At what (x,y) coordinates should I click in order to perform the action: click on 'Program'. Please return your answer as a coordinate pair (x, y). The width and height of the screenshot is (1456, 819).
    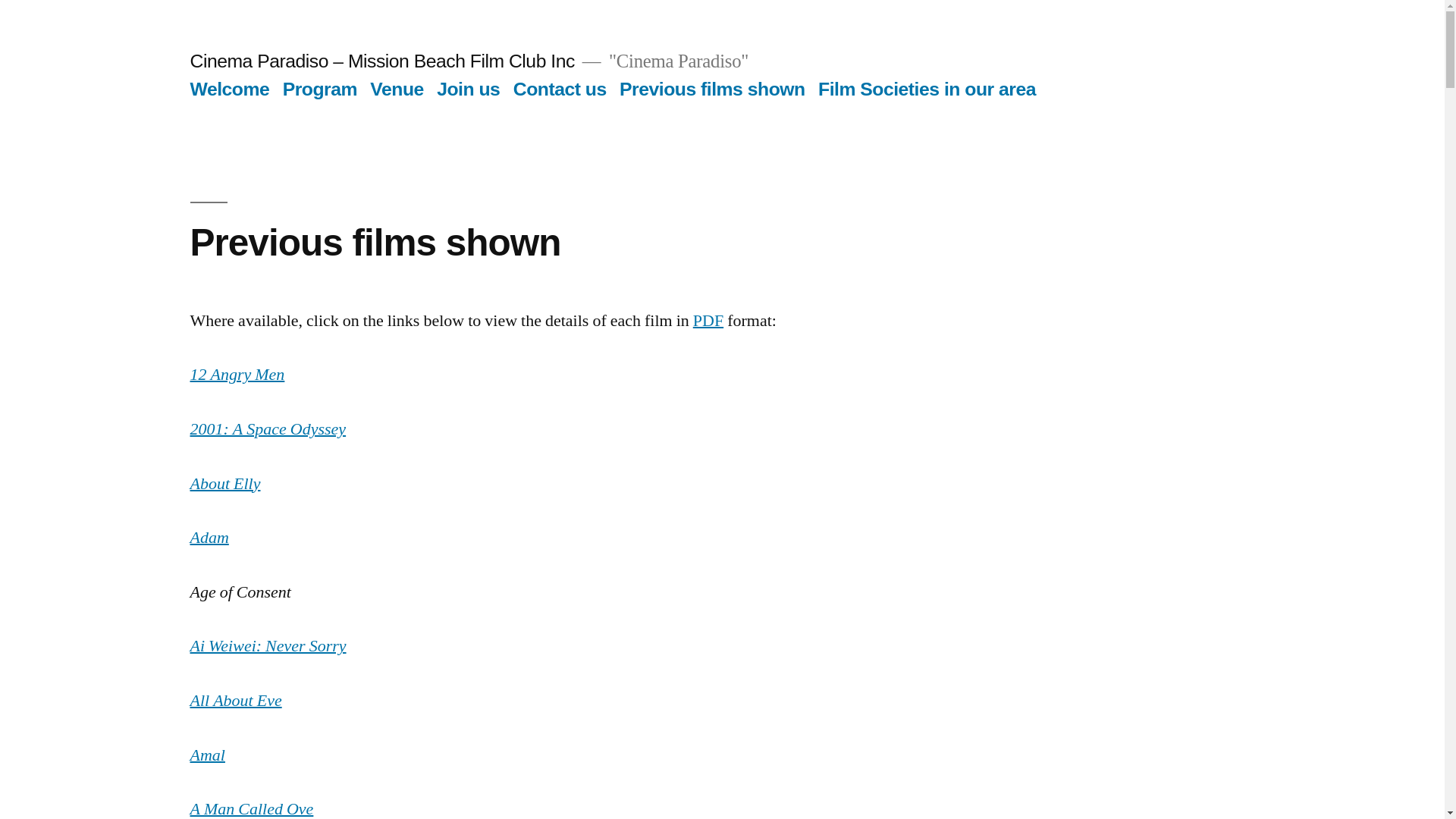
    Looking at the image, I should click on (319, 89).